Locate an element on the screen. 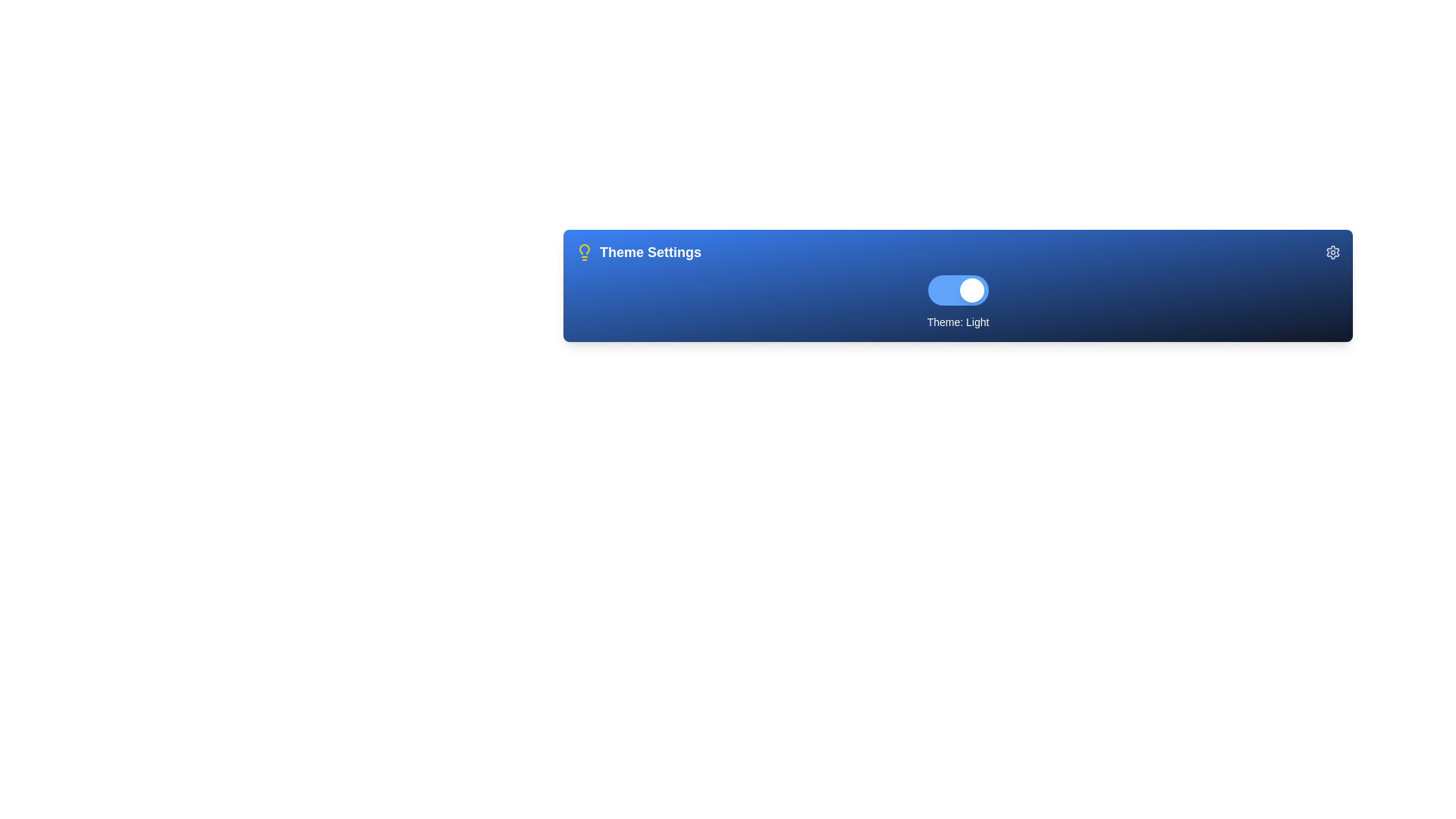  text label displaying 'Theme: Light', which is styled in white font and positioned below the toggle switch element is located at coordinates (957, 321).